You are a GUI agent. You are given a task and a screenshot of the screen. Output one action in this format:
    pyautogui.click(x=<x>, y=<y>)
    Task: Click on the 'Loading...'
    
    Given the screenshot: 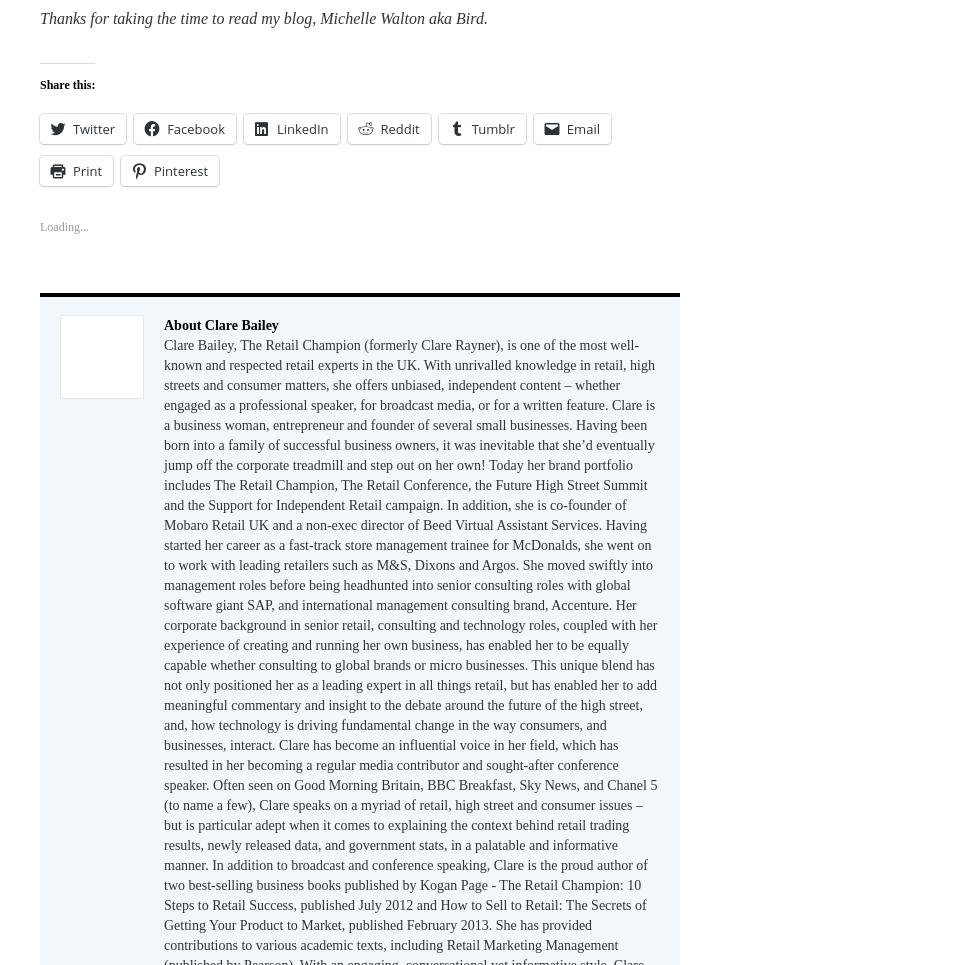 What is the action you would take?
    pyautogui.click(x=39, y=225)
    